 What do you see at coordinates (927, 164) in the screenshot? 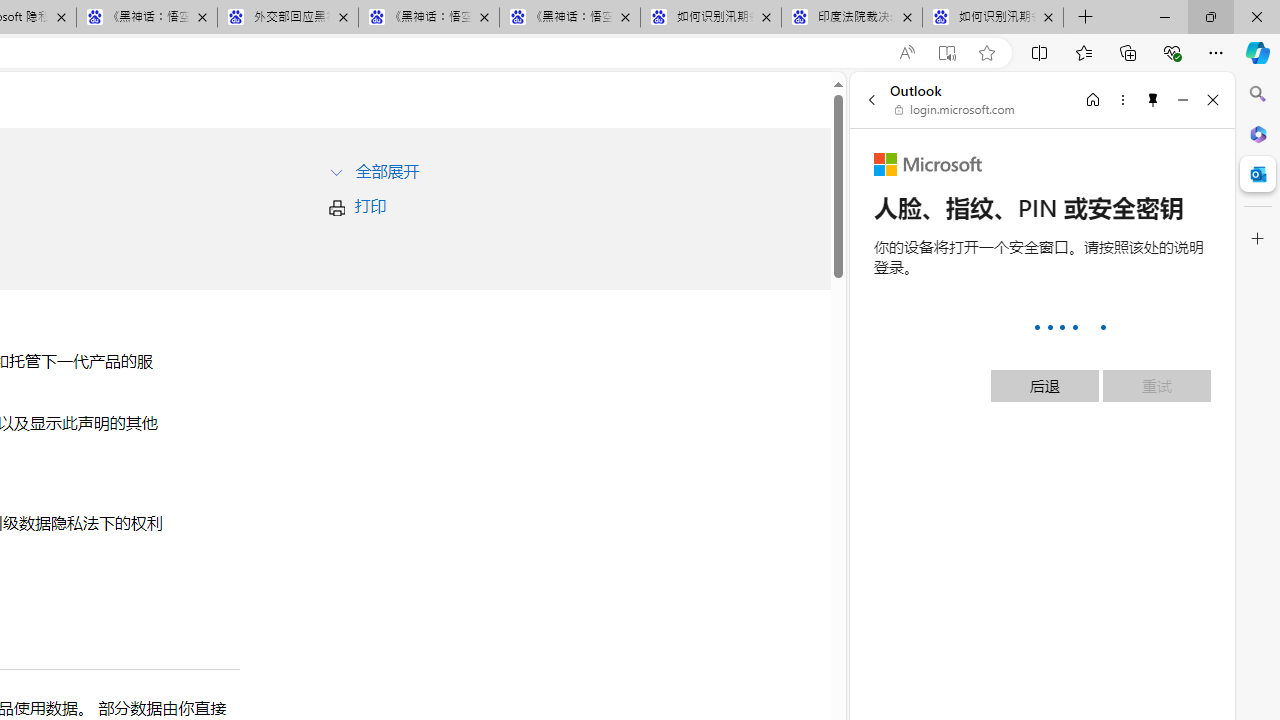
I see `'Microsoft'` at bounding box center [927, 164].